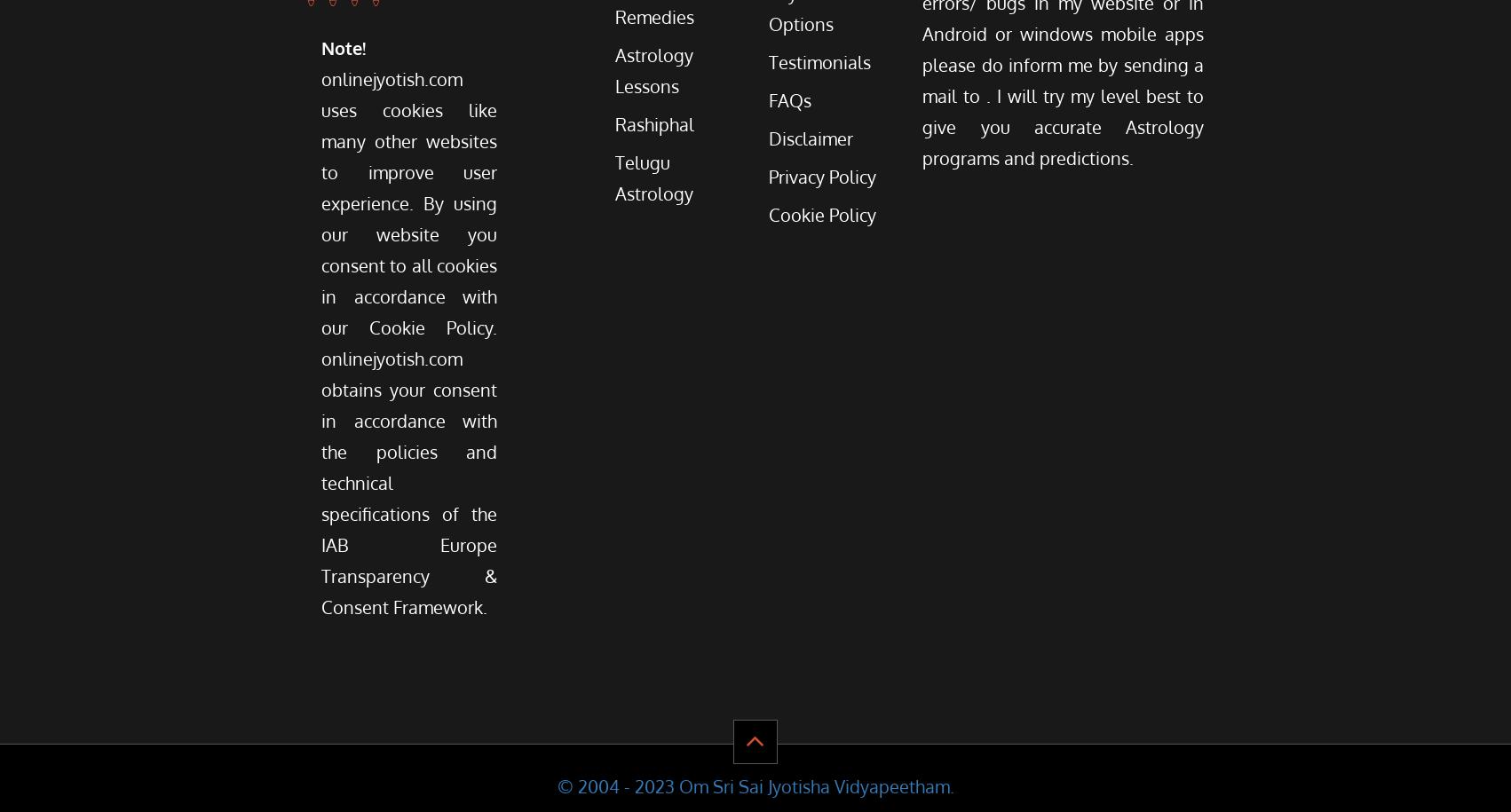 This screenshot has width=1511, height=812. I want to click on 'Telugu Astrology', so click(614, 177).